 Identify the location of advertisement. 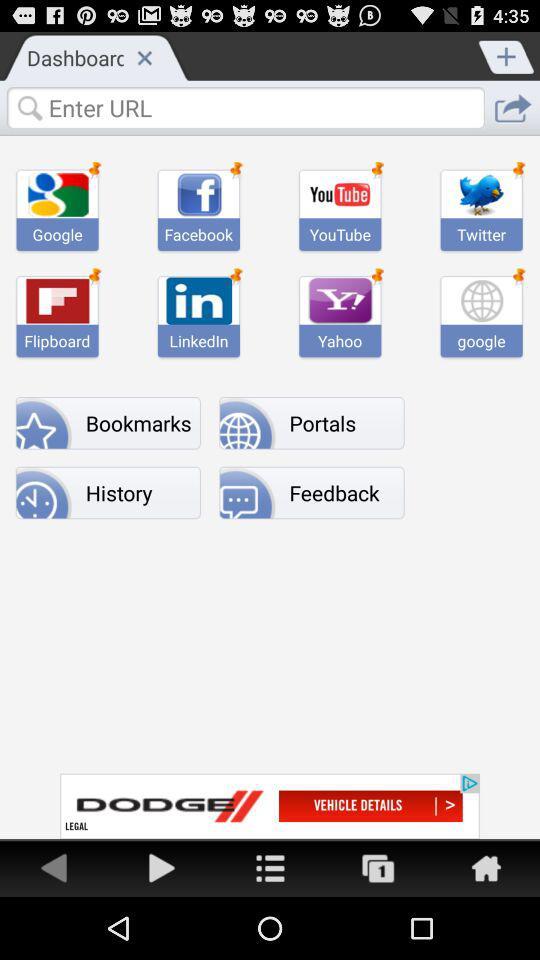
(161, 866).